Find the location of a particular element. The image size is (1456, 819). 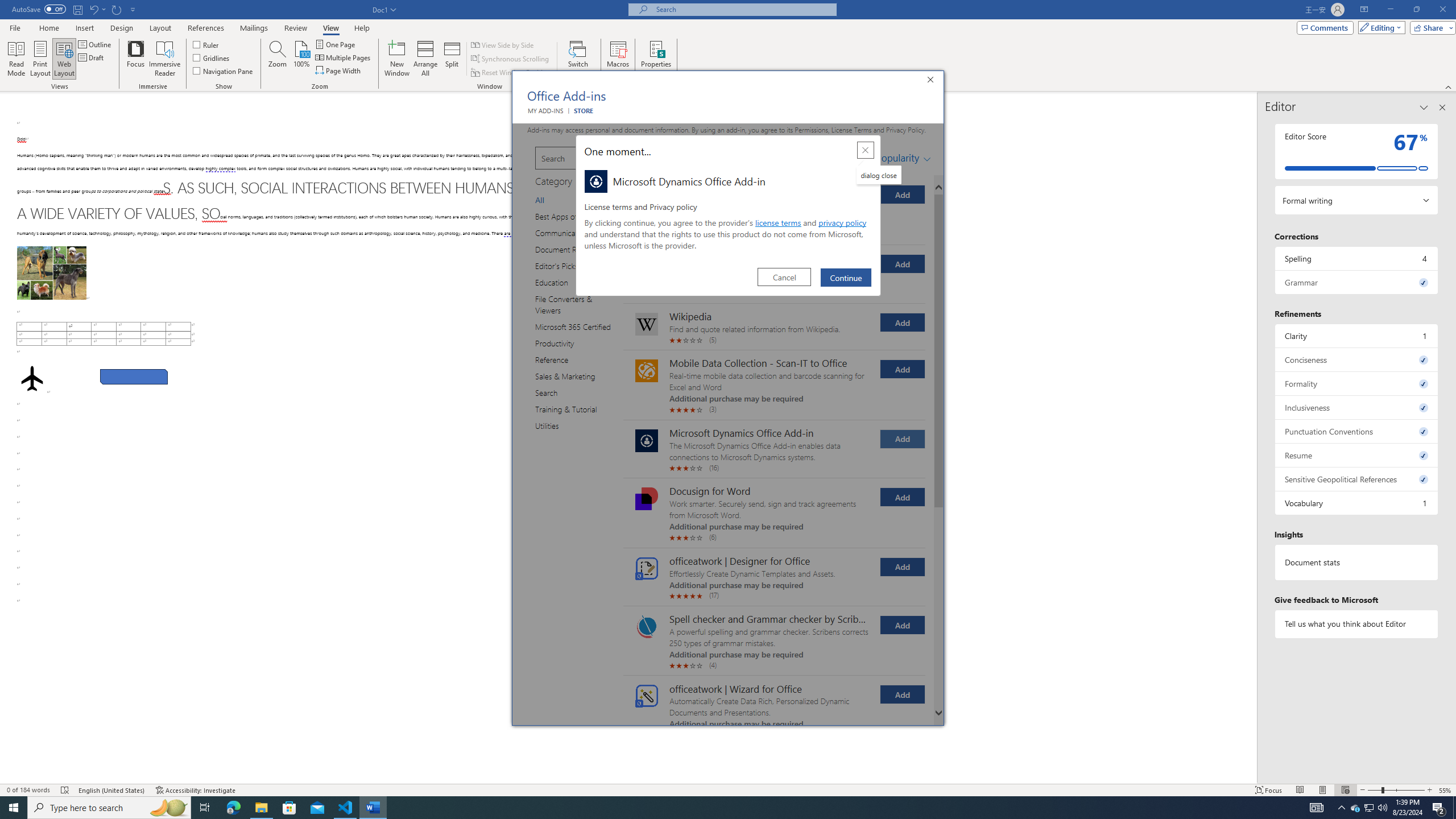

'Zoom...' is located at coordinates (276, 59).